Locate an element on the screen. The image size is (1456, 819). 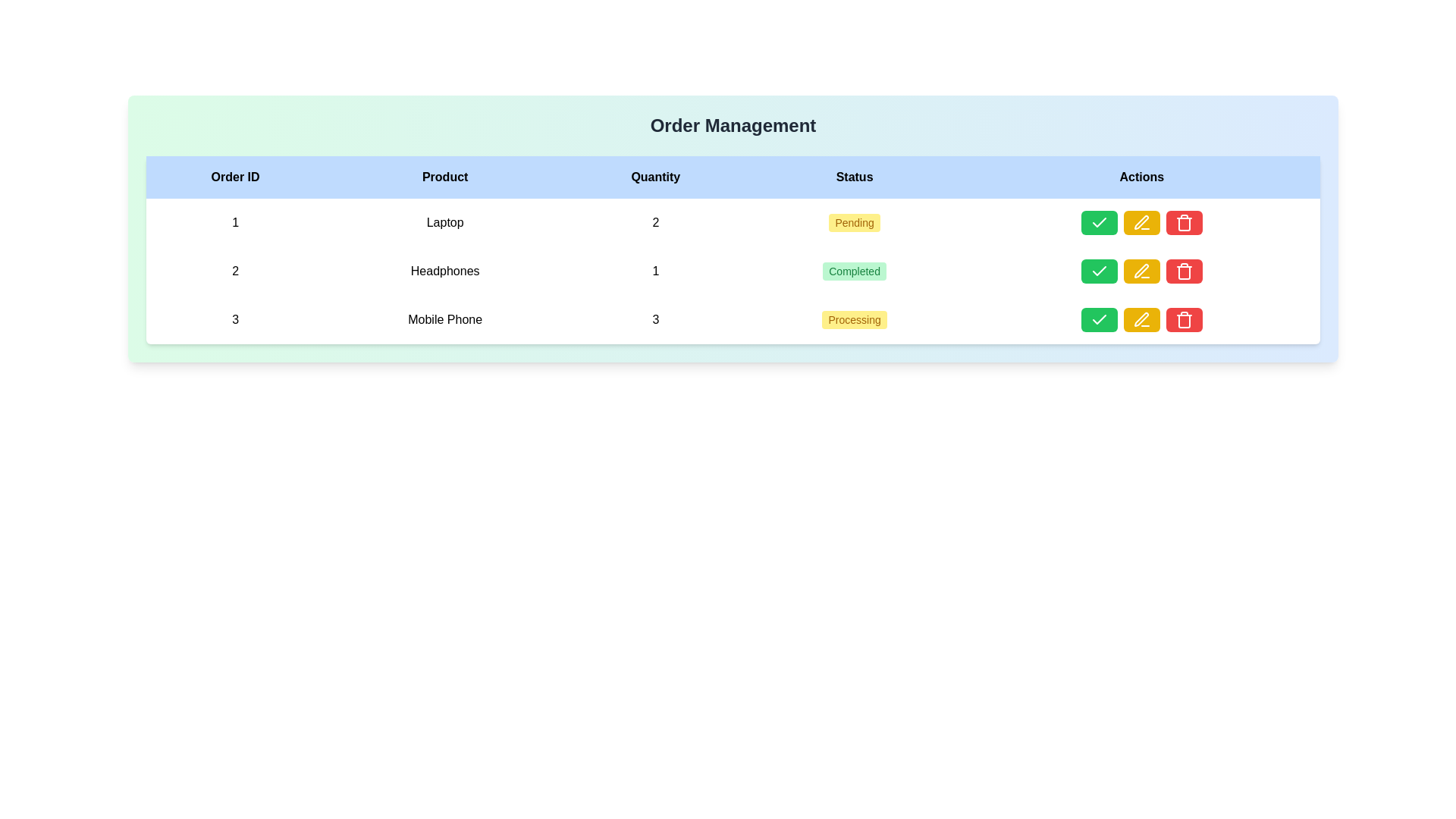
the header cell labeled 'Product' with a light blue background and black, centered text, which is the second header cell in the table header is located at coordinates (444, 177).